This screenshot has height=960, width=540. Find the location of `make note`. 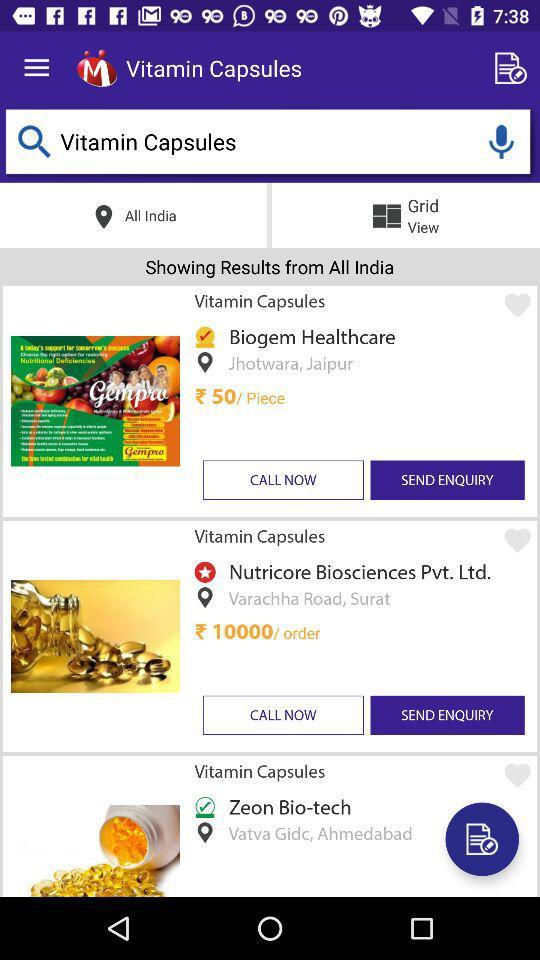

make note is located at coordinates (481, 839).